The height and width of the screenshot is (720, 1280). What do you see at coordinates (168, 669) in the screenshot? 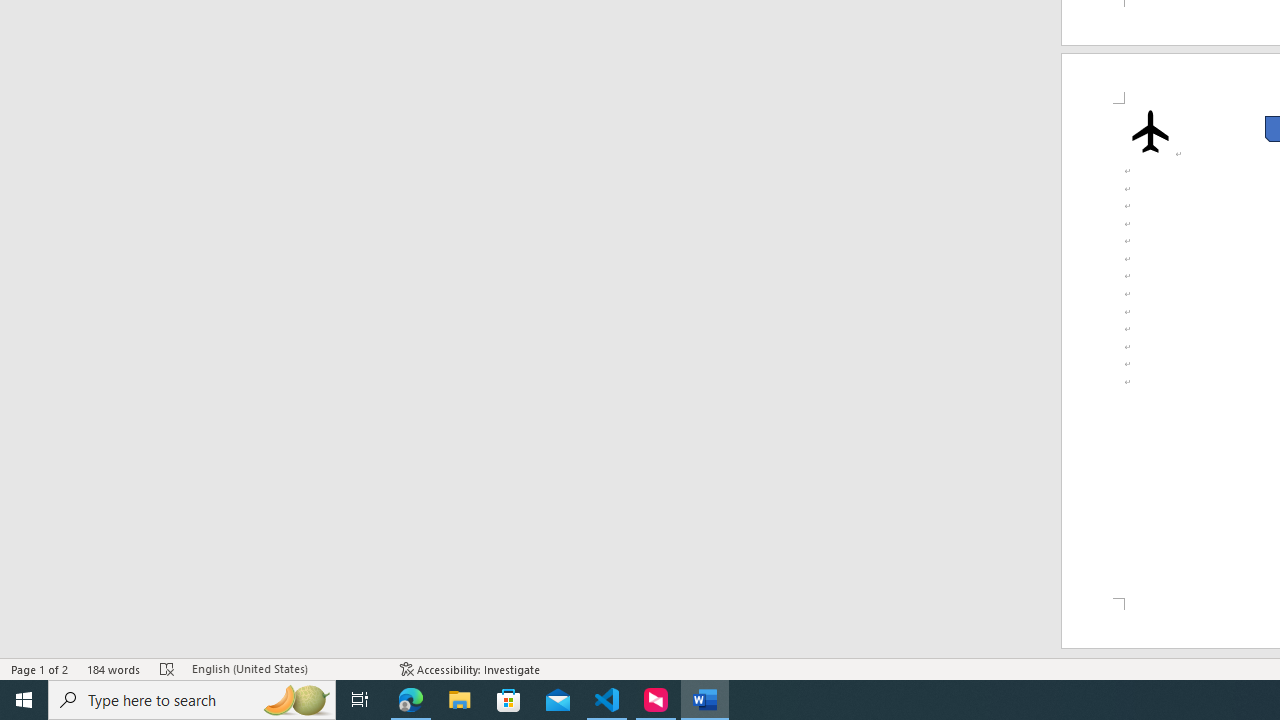
I see `'Spelling and Grammar Check Errors'` at bounding box center [168, 669].